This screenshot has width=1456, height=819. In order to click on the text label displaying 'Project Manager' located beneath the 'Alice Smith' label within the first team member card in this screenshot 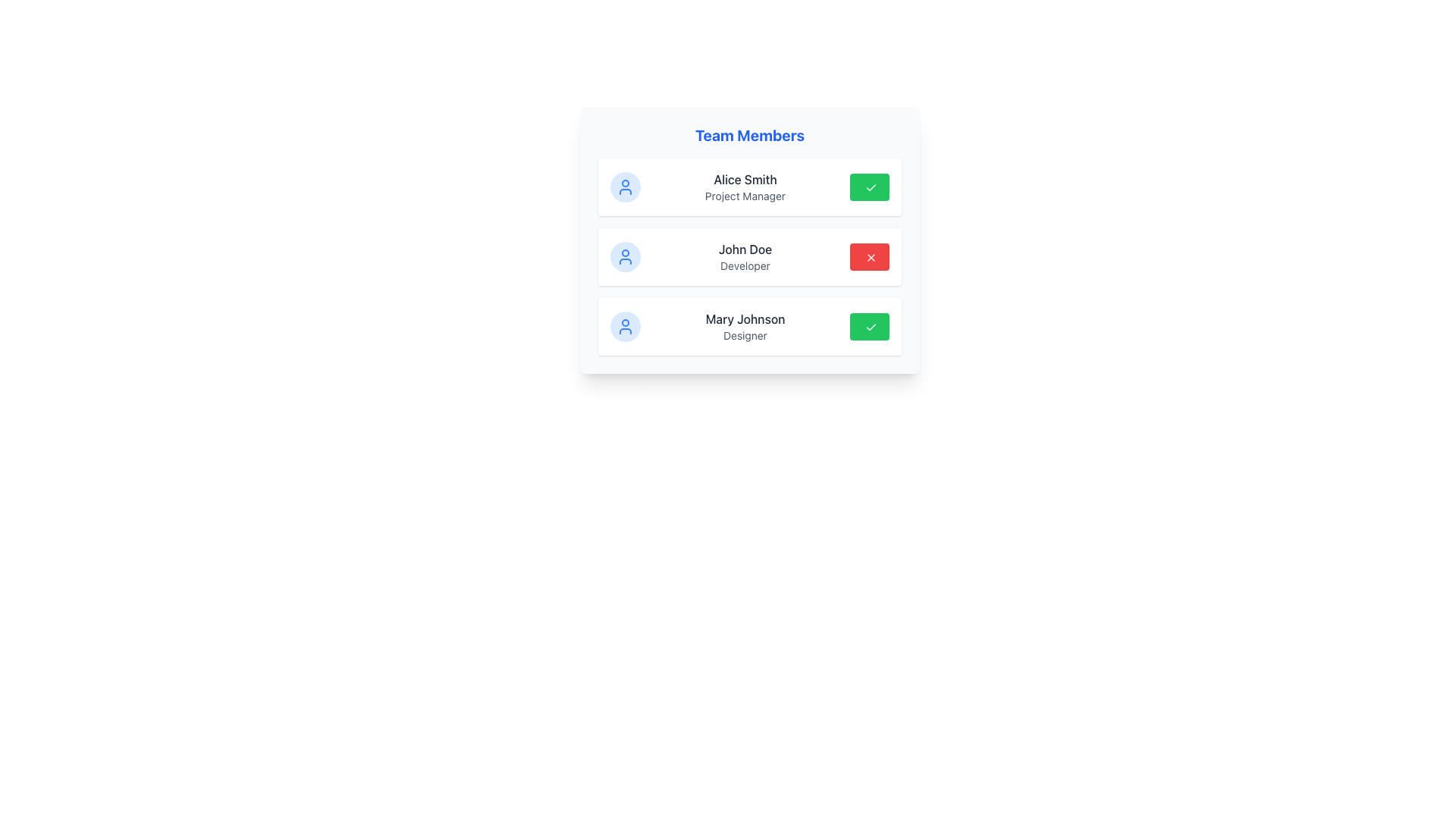, I will do `click(745, 195)`.